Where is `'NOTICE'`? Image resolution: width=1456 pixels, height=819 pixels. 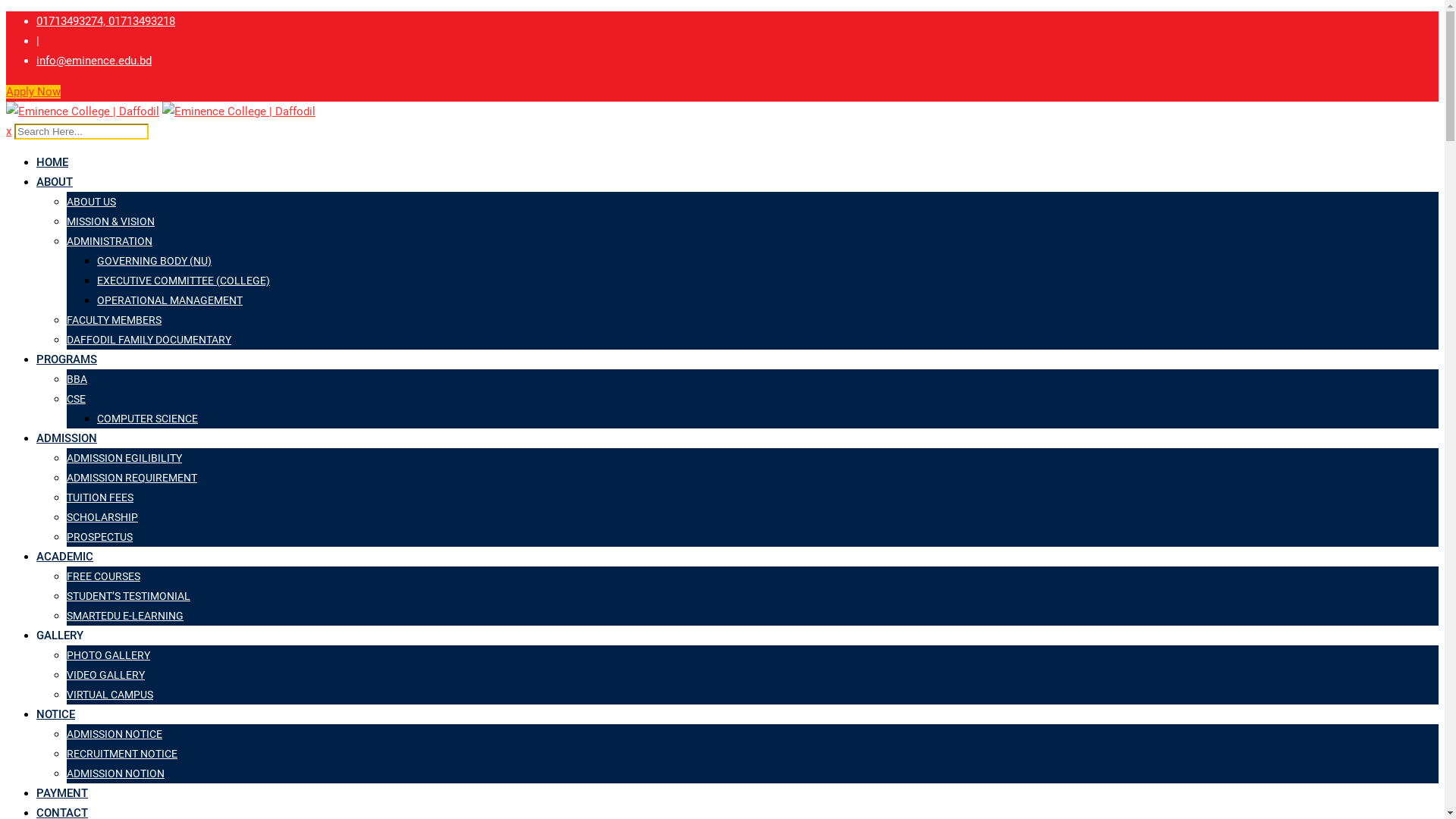
'NOTICE' is located at coordinates (55, 714).